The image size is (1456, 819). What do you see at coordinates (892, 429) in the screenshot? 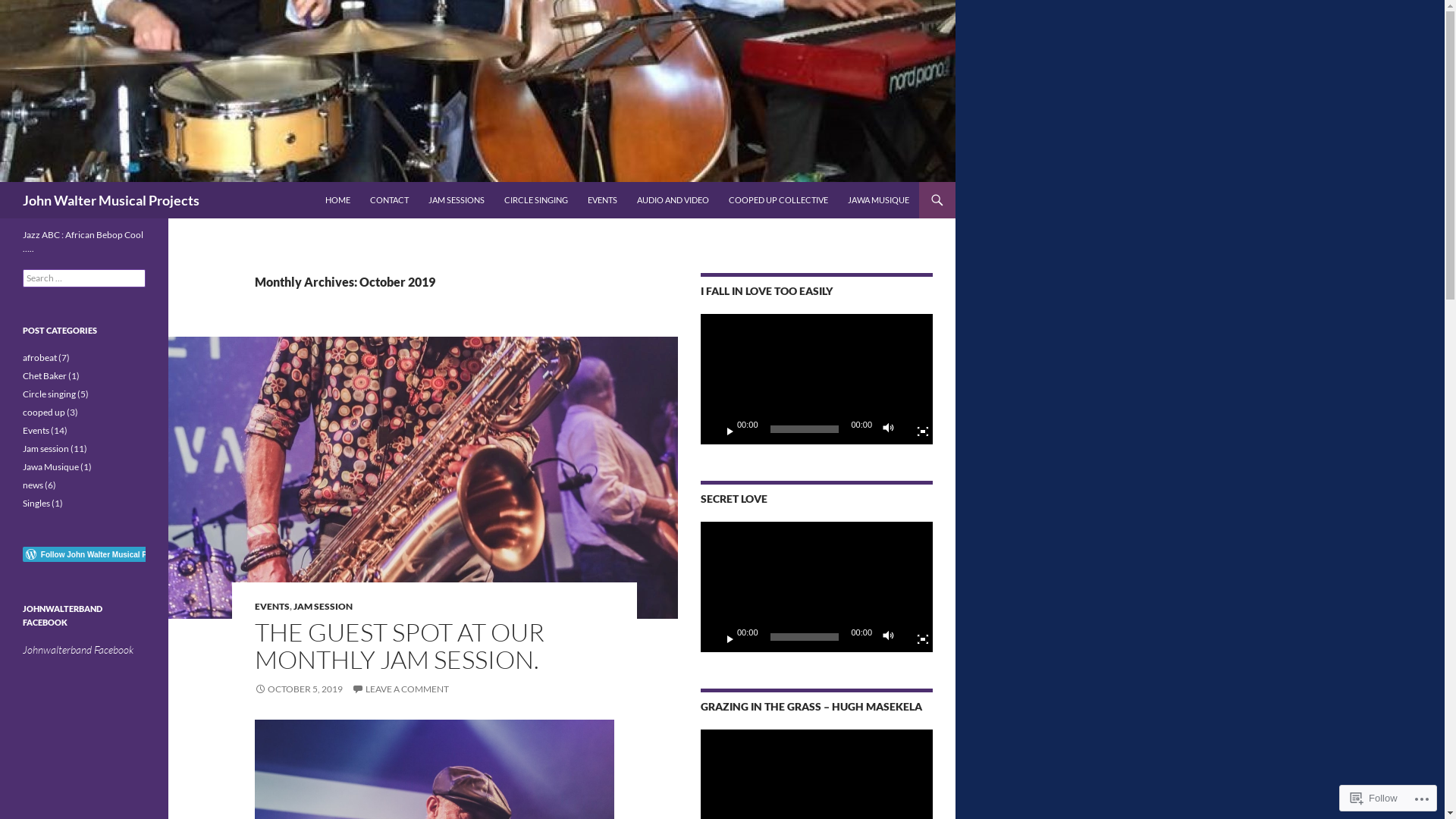
I see `'Mute'` at bounding box center [892, 429].